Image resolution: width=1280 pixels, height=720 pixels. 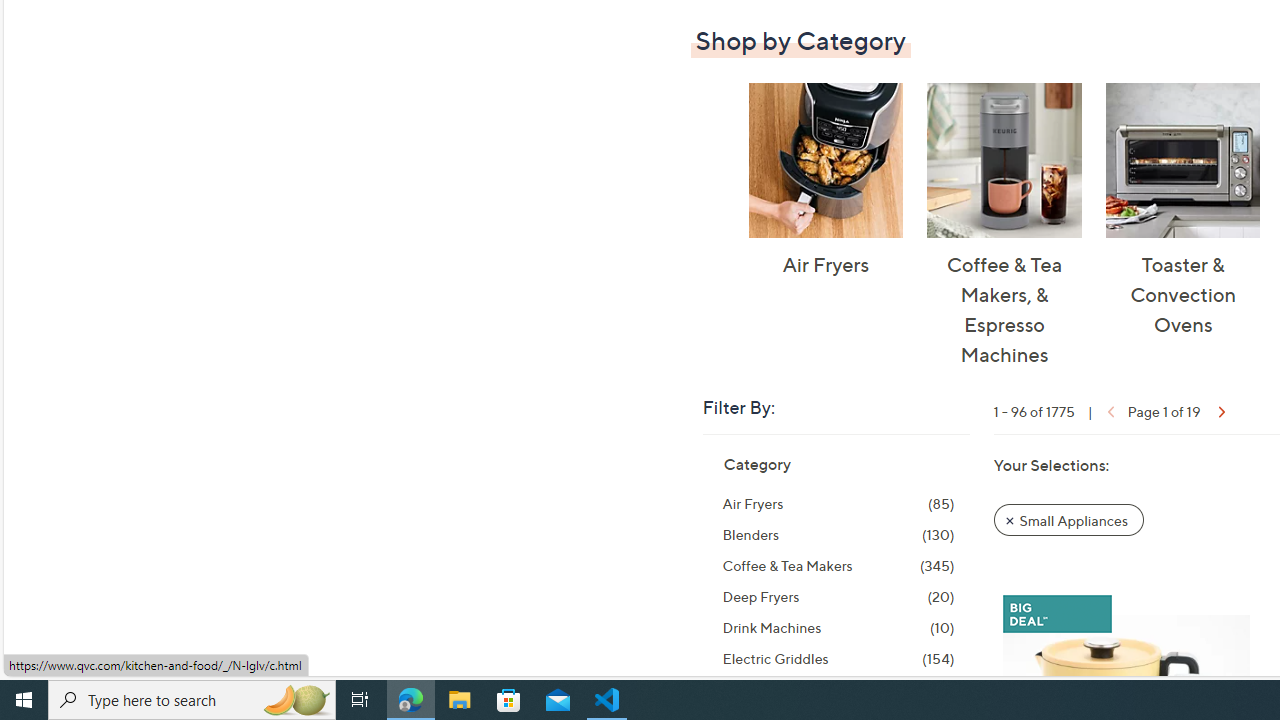 What do you see at coordinates (1182, 159) in the screenshot?
I see `'Toaster & Convection Ovens'` at bounding box center [1182, 159].